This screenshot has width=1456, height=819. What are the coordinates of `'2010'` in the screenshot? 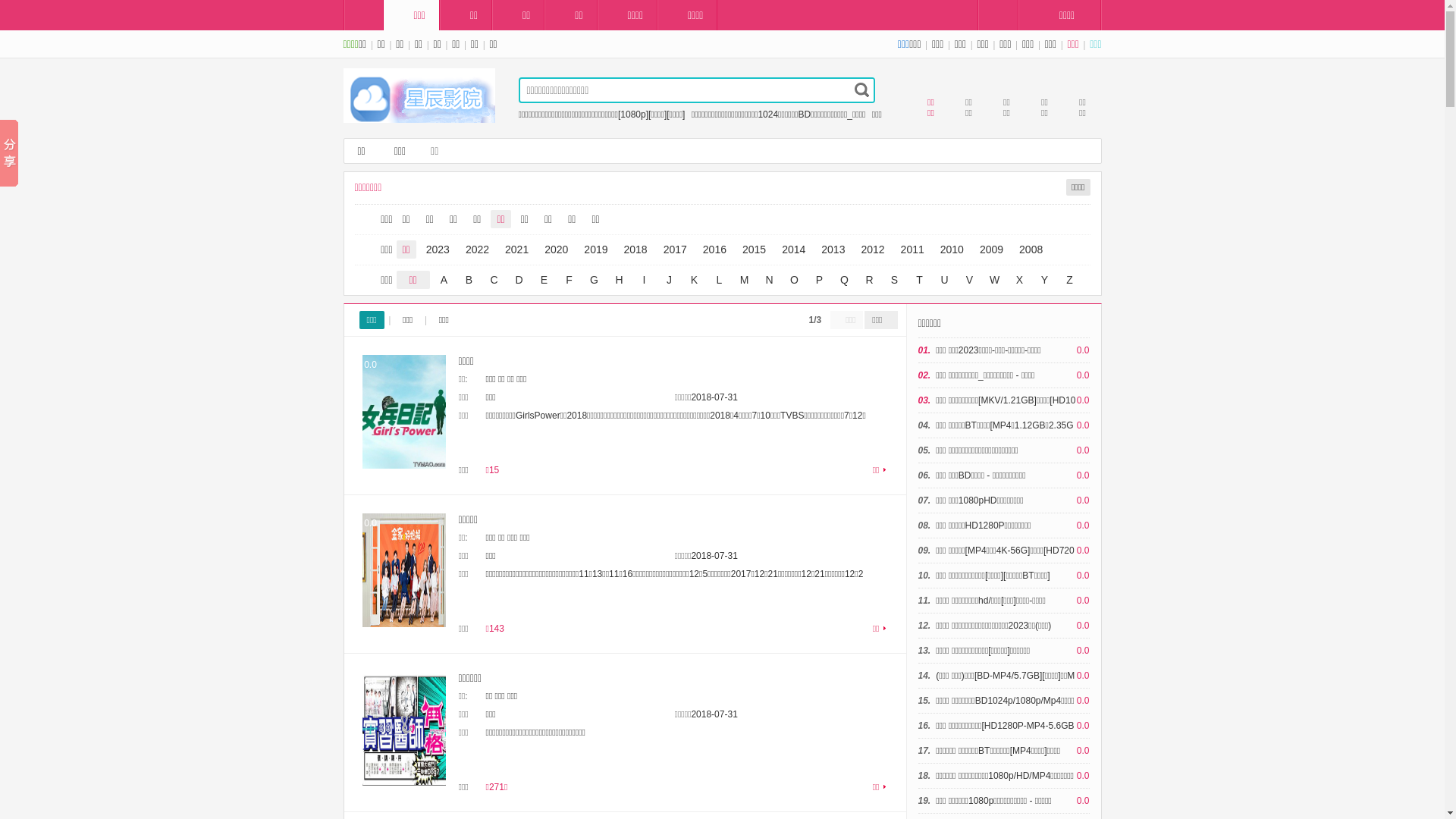 It's located at (951, 248).